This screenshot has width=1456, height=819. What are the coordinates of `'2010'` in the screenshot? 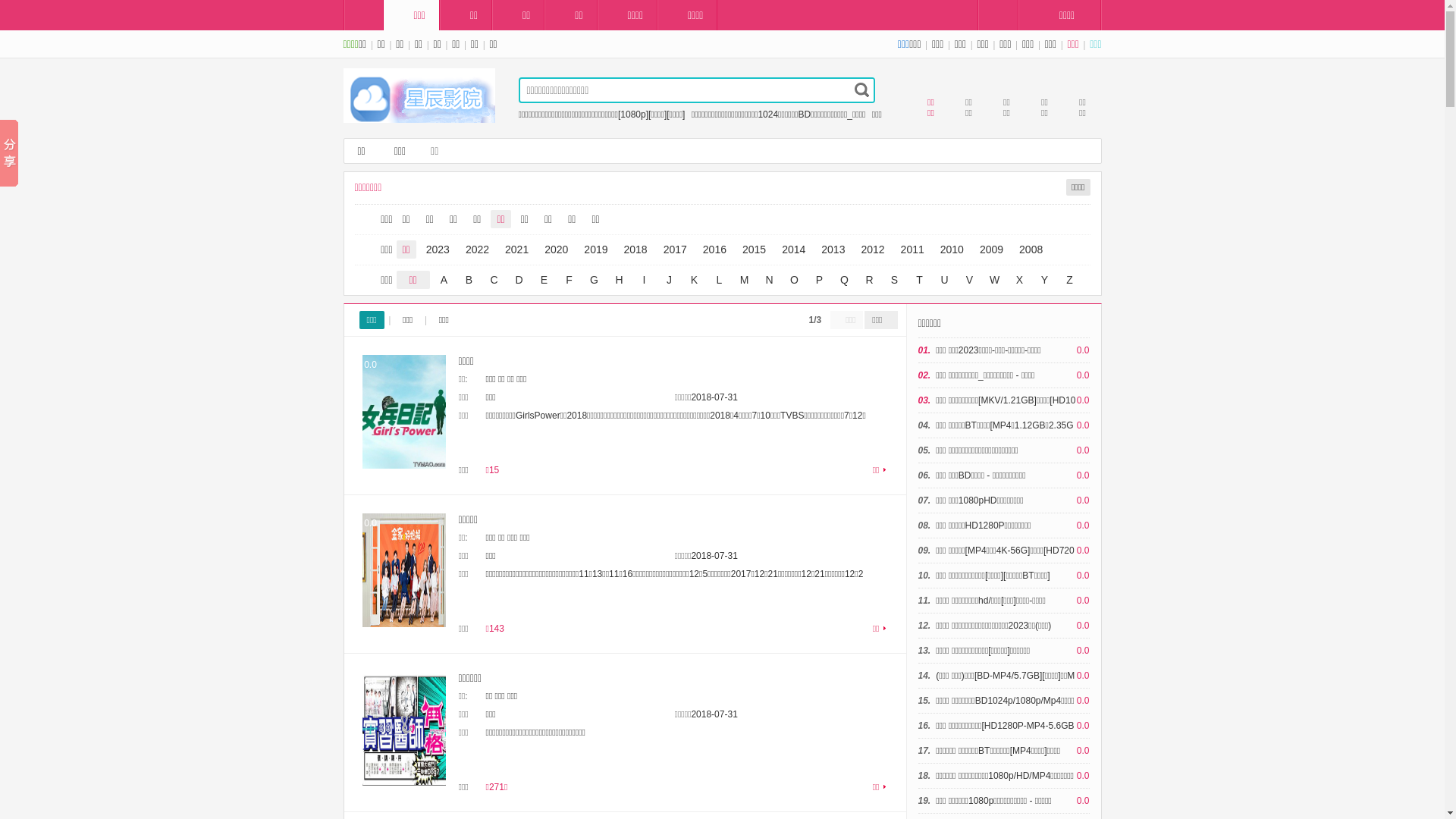 It's located at (951, 248).